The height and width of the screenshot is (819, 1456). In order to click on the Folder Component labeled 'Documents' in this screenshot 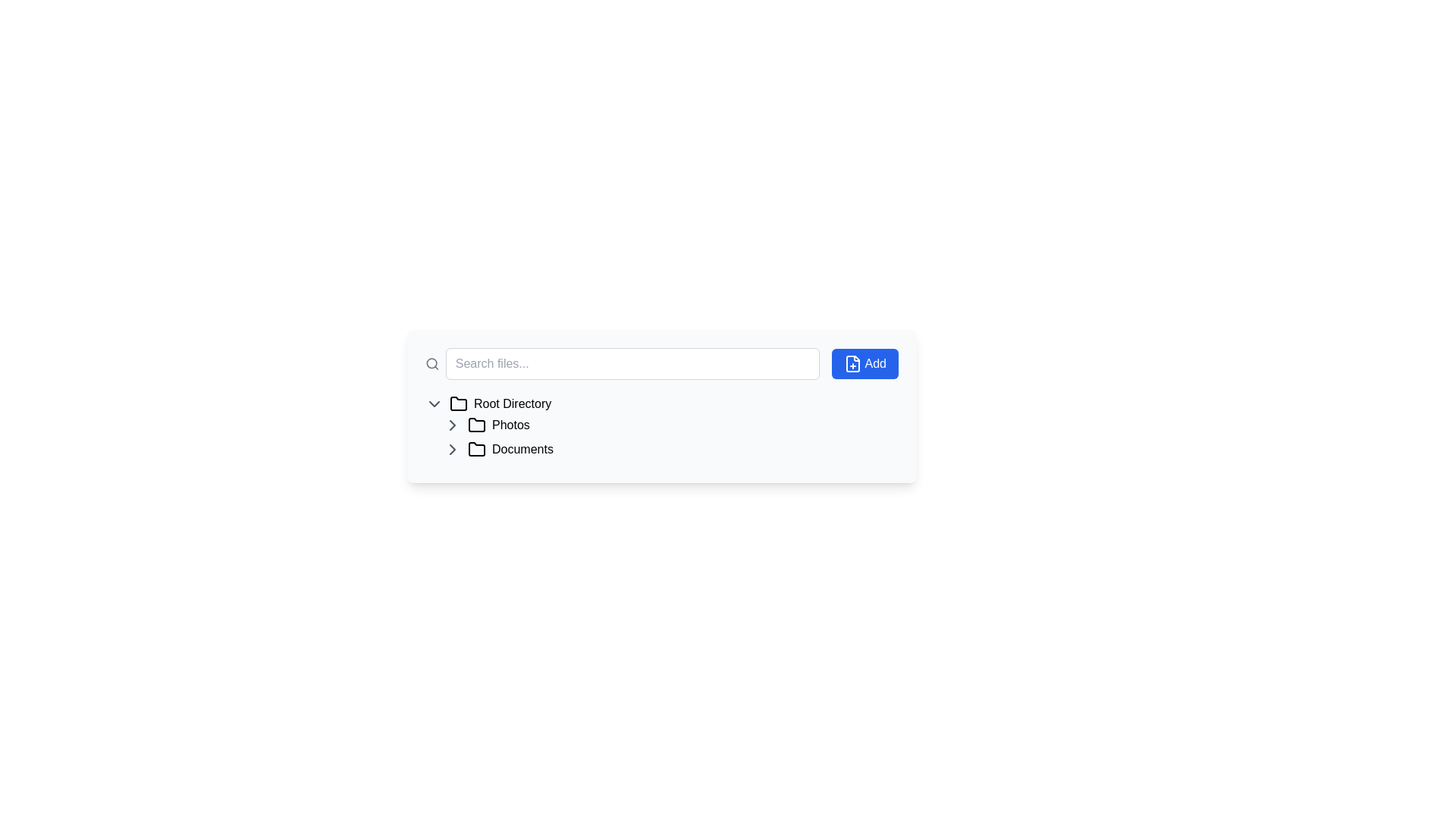, I will do `click(670, 449)`.